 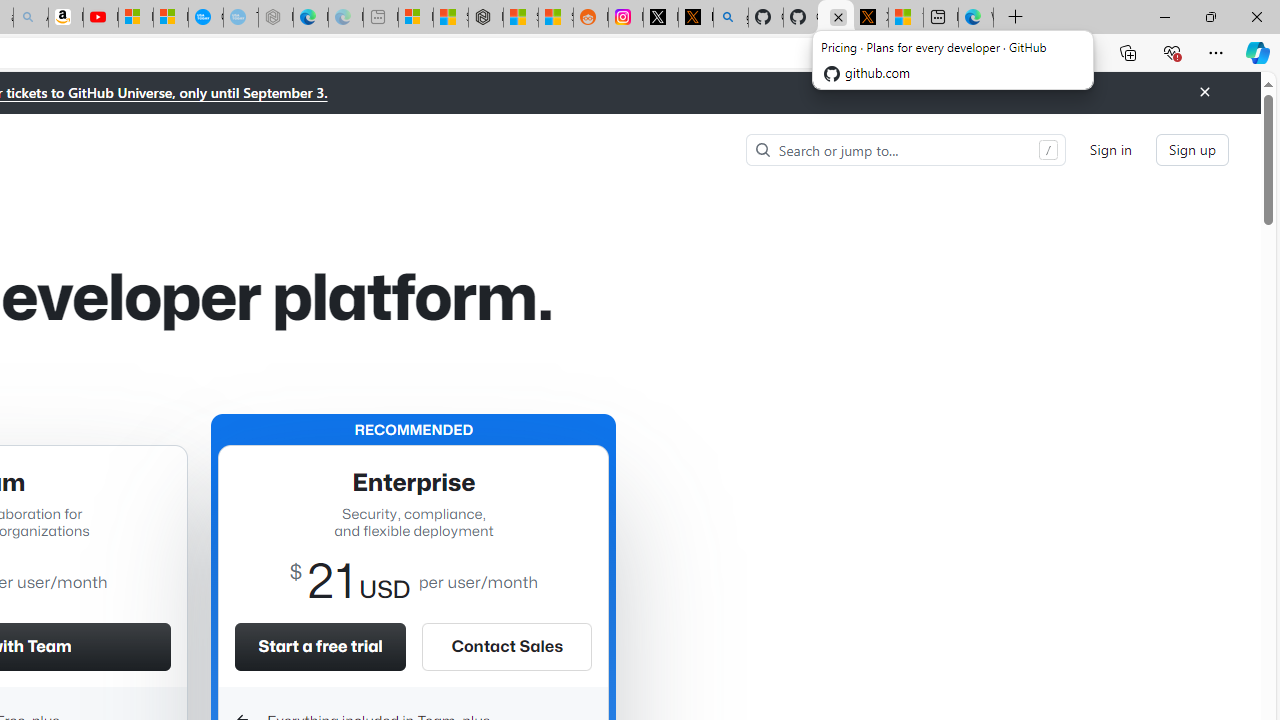 I want to click on 'Opinion: Op-Ed and Commentary - USA TODAY', so click(x=206, y=17).